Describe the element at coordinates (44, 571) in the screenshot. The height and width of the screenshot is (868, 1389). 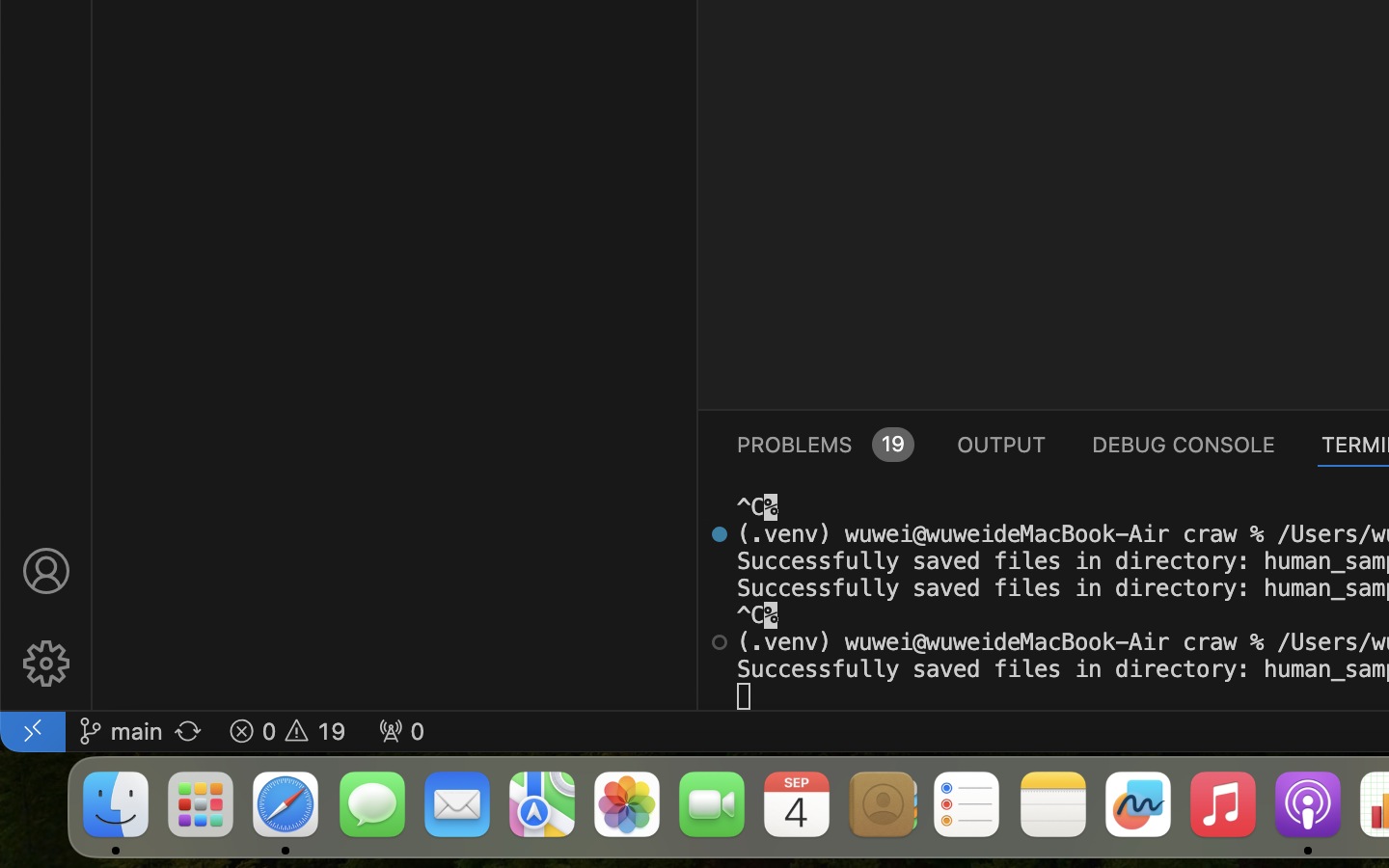
I see `''` at that location.